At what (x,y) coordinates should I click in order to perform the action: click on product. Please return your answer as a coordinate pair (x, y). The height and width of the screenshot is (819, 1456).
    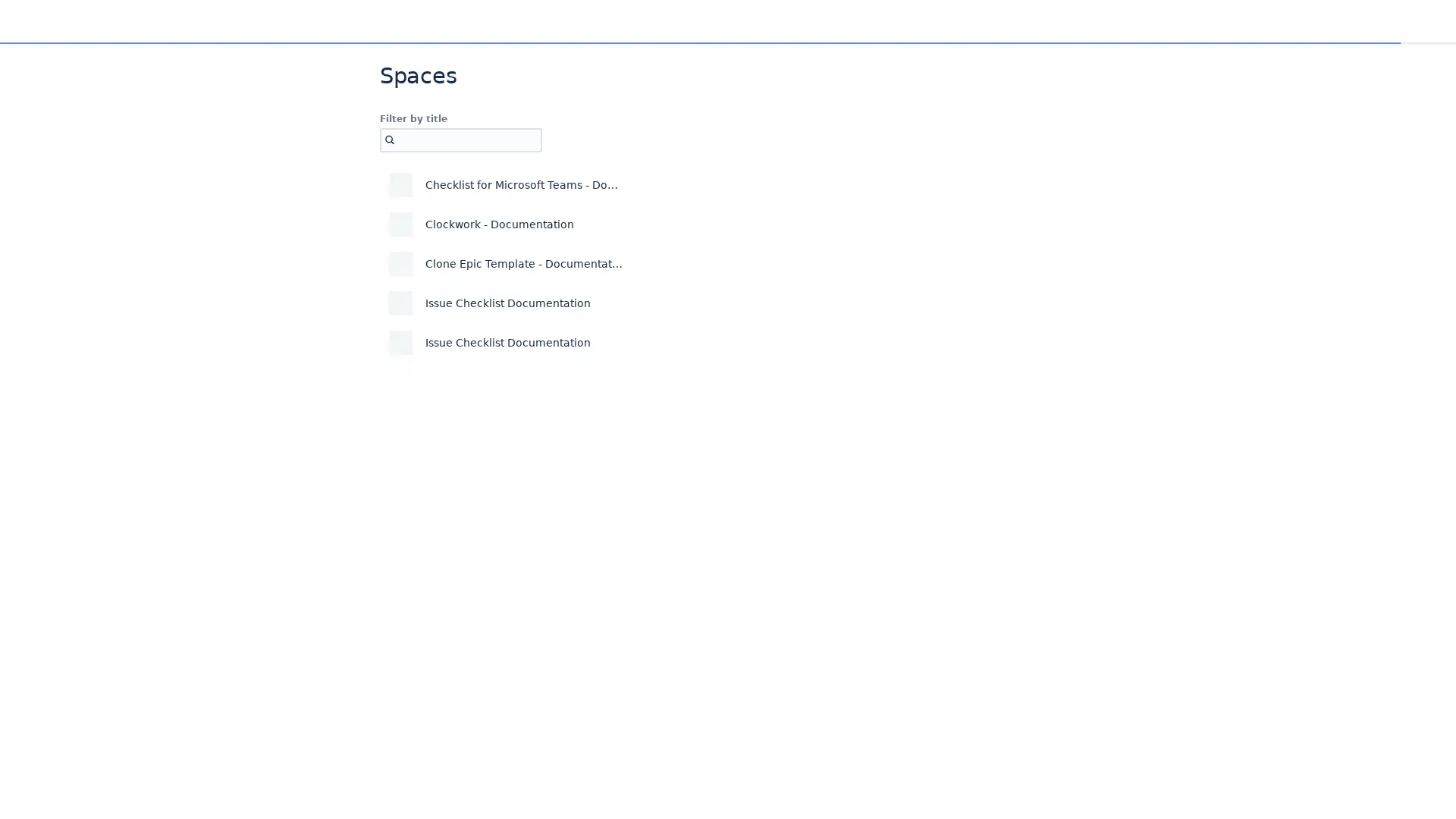
    Looking at the image, I should click on (667, 184).